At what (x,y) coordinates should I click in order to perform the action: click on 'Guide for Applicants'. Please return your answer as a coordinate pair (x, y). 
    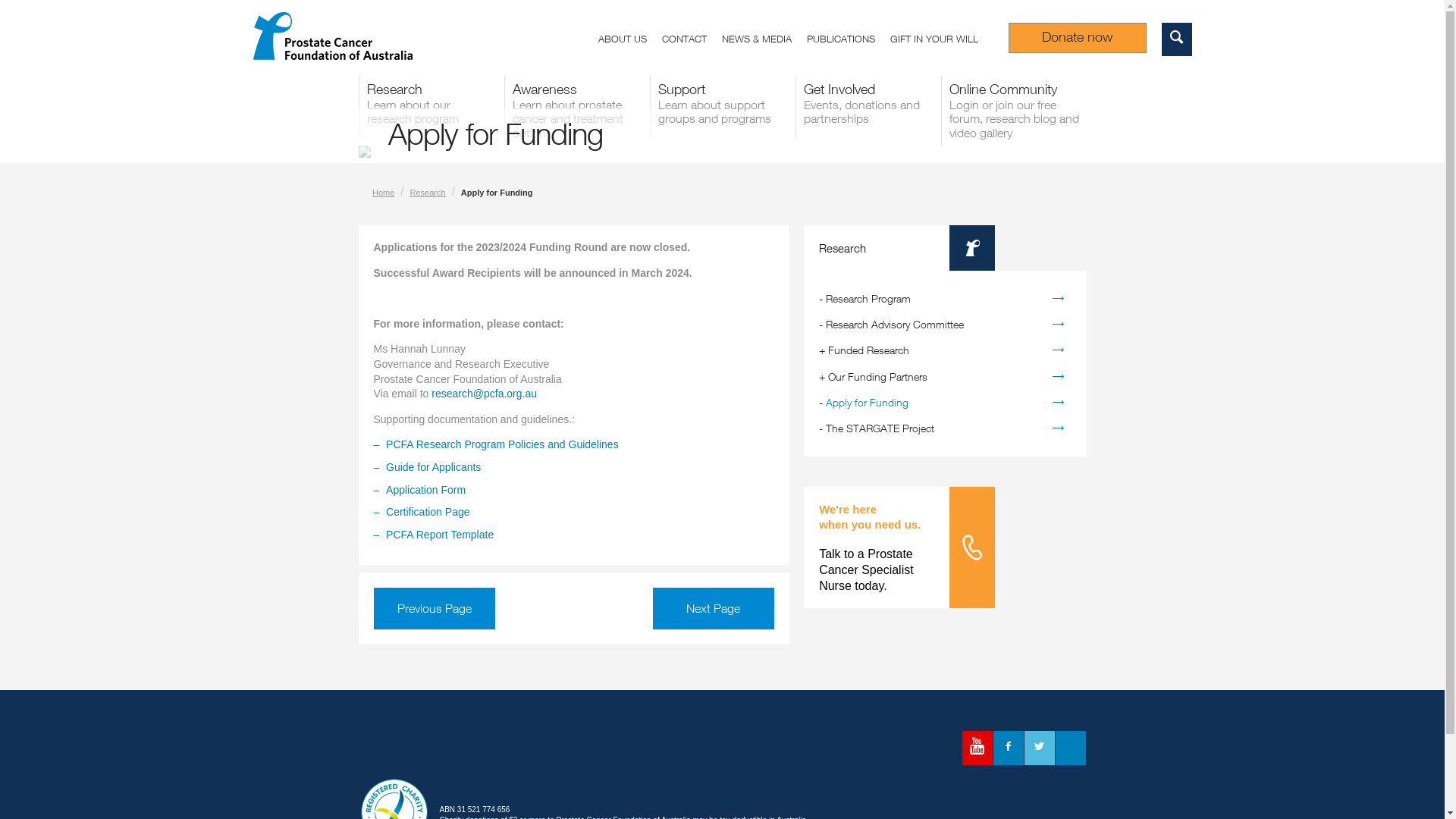
    Looking at the image, I should click on (432, 466).